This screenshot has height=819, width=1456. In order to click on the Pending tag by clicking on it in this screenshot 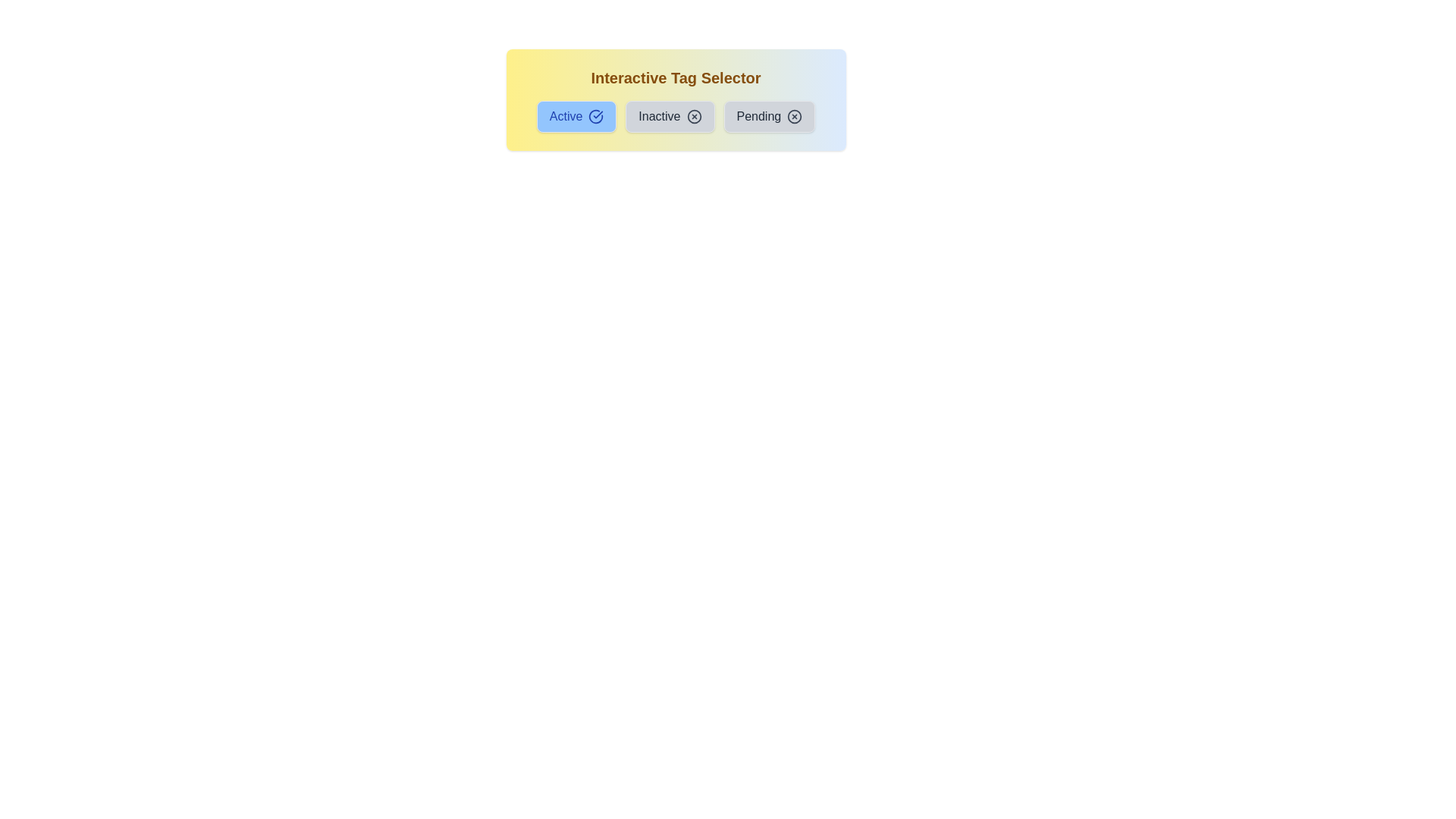, I will do `click(768, 116)`.